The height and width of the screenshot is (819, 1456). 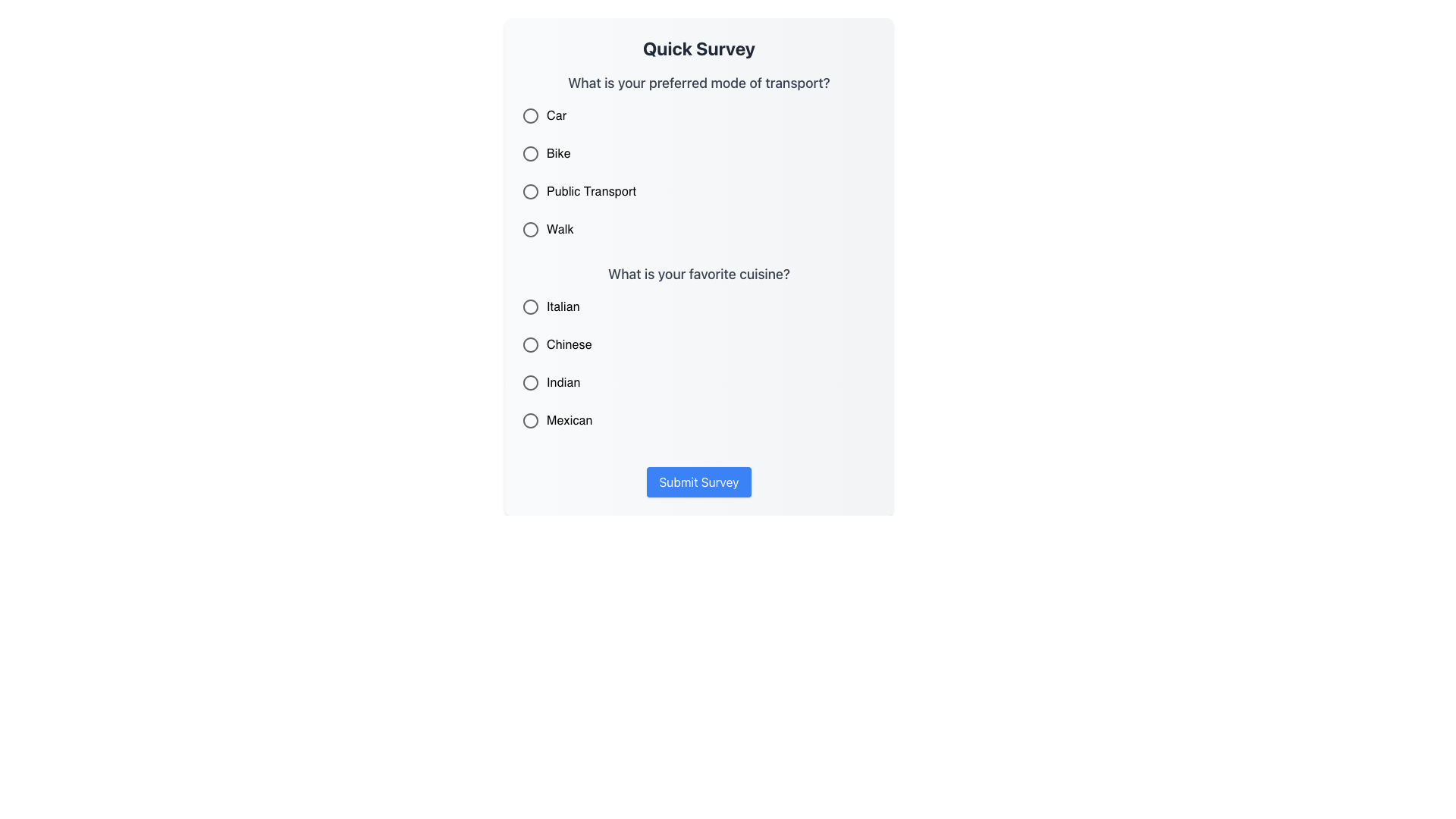 I want to click on text heading 'Quick Survey' displayed in bold and large font size, positioned directly above the survey questions, so click(x=698, y=48).